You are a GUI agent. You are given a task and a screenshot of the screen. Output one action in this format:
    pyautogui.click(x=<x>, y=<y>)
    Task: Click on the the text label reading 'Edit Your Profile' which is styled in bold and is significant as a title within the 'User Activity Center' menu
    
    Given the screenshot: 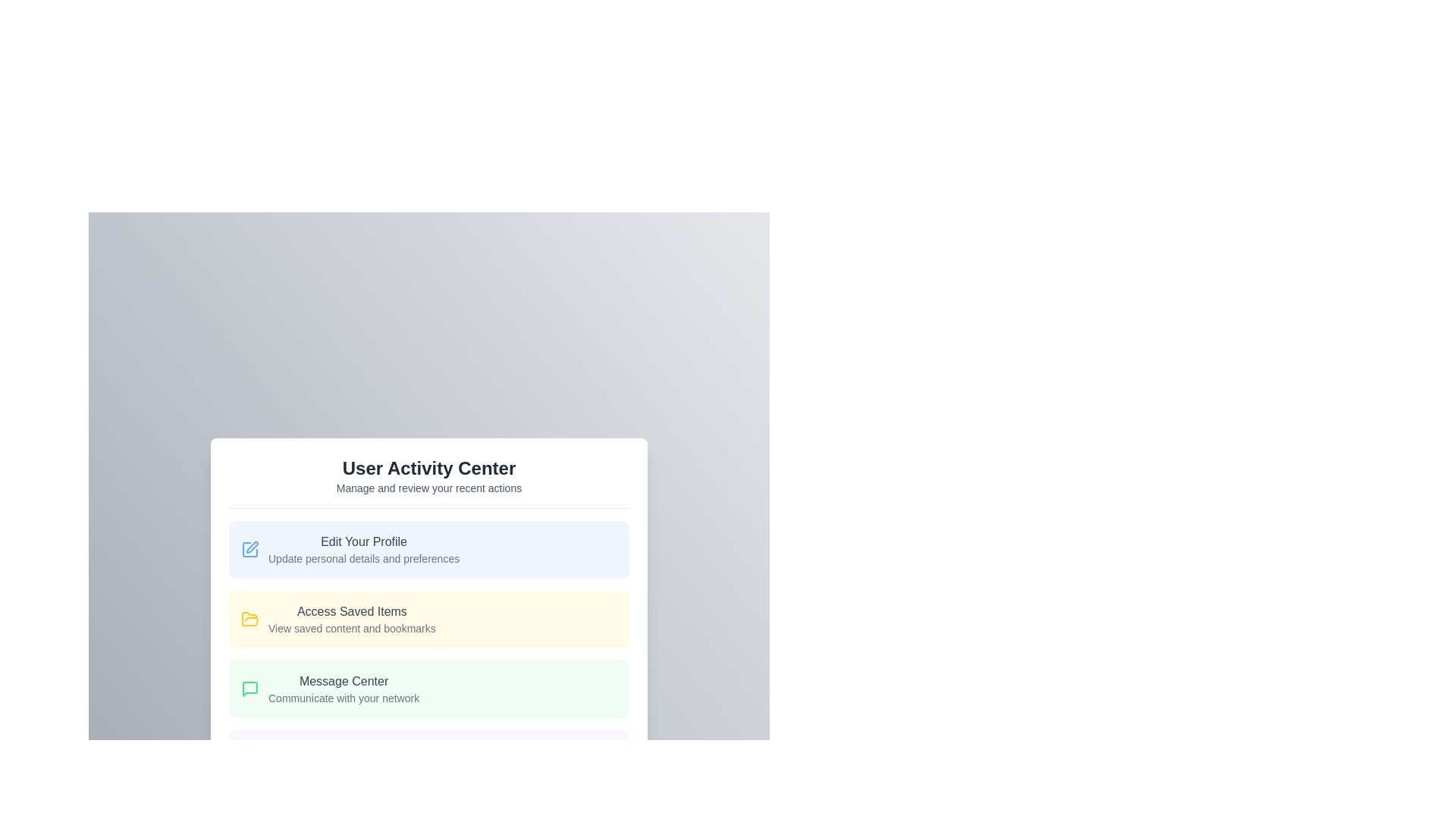 What is the action you would take?
    pyautogui.click(x=364, y=541)
    